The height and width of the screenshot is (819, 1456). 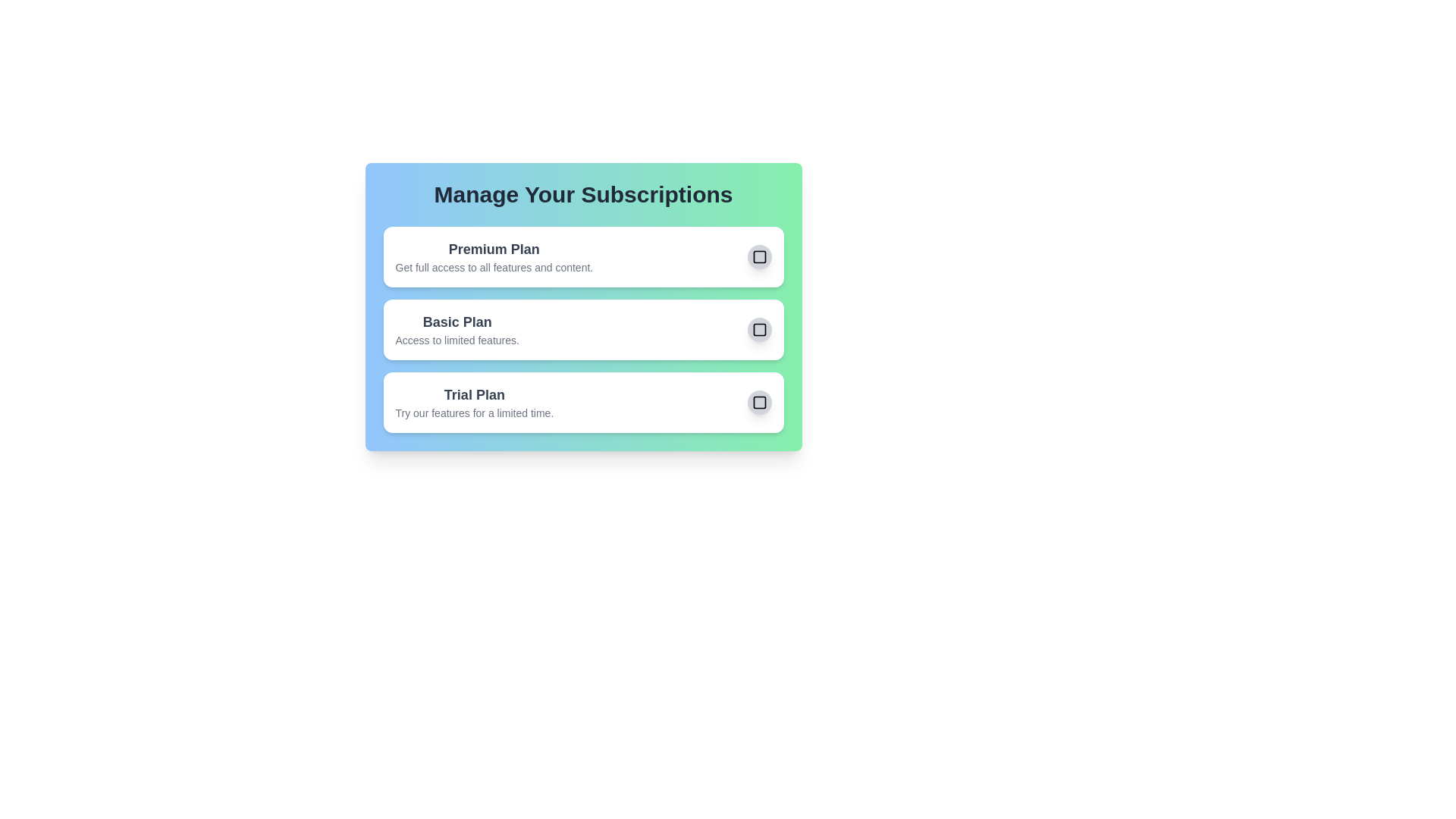 What do you see at coordinates (759, 402) in the screenshot?
I see `the gray checkbox icon located to the right of the 'Trial Plan' subscription option` at bounding box center [759, 402].